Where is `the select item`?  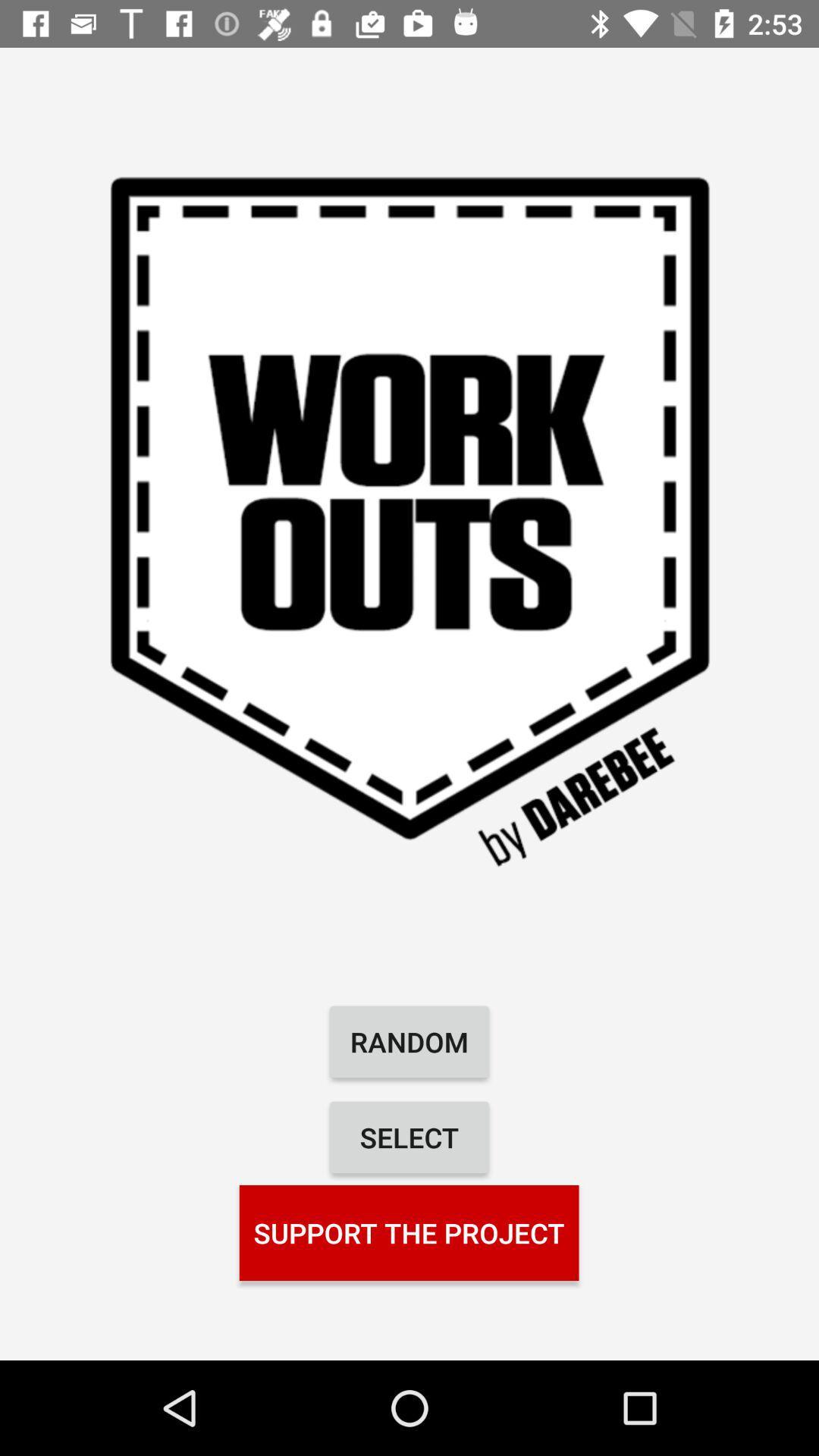 the select item is located at coordinates (409, 1137).